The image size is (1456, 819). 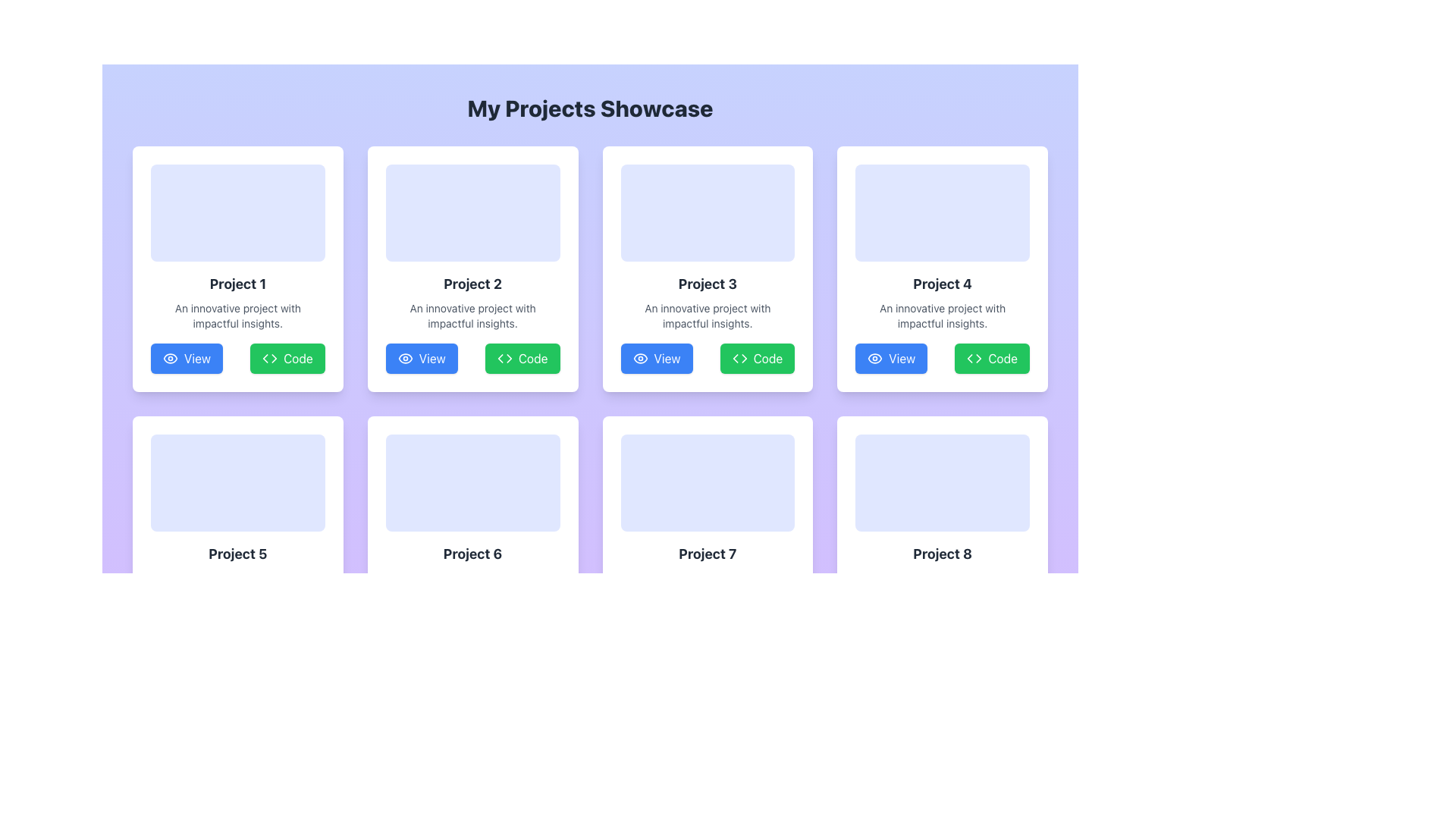 What do you see at coordinates (979, 359) in the screenshot?
I see `the rightmost part of the SVG icon that is part of the 'Code' button for 'Project 4' in the project showcase layout` at bounding box center [979, 359].